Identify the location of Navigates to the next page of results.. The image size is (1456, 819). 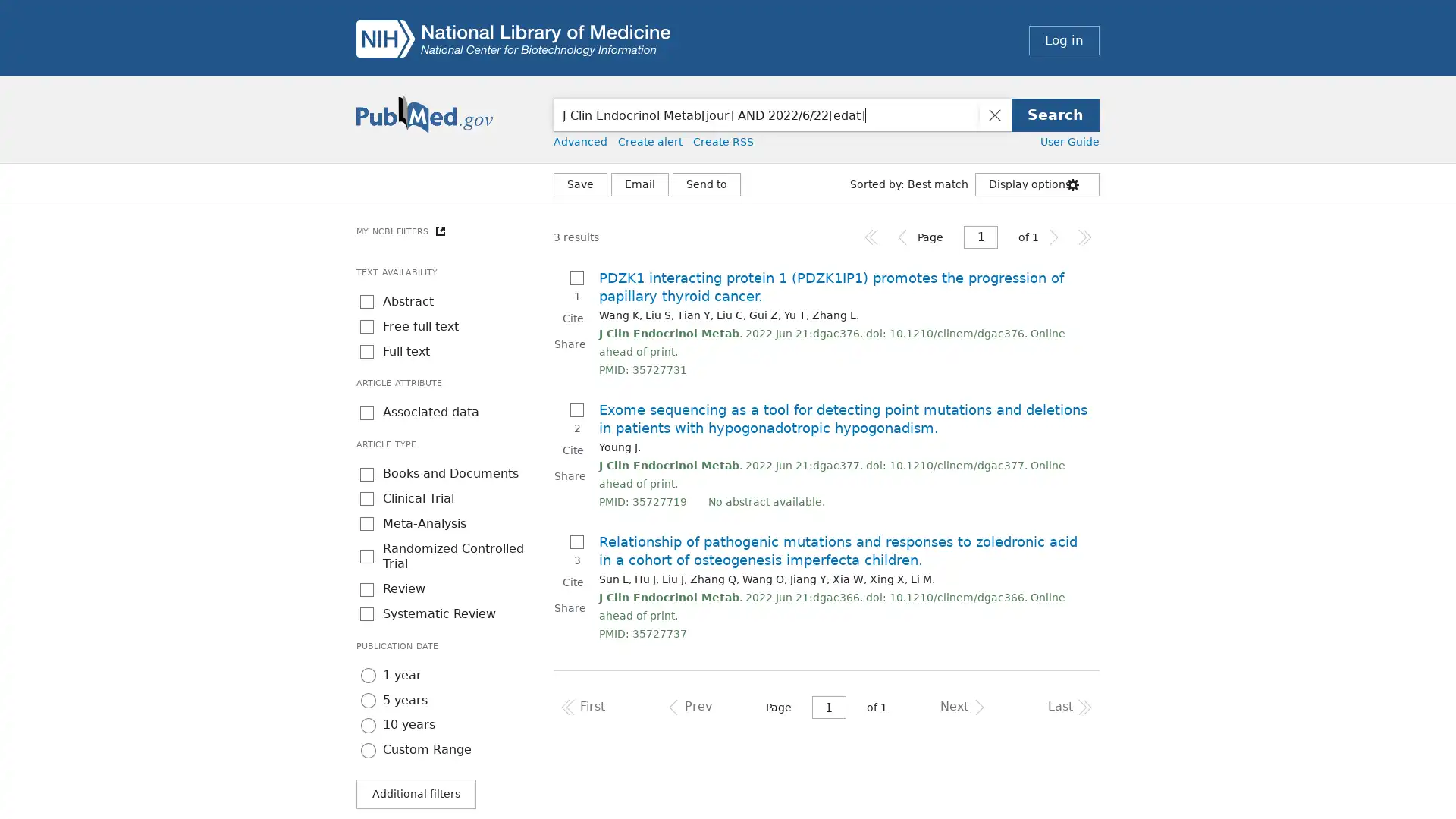
(1053, 237).